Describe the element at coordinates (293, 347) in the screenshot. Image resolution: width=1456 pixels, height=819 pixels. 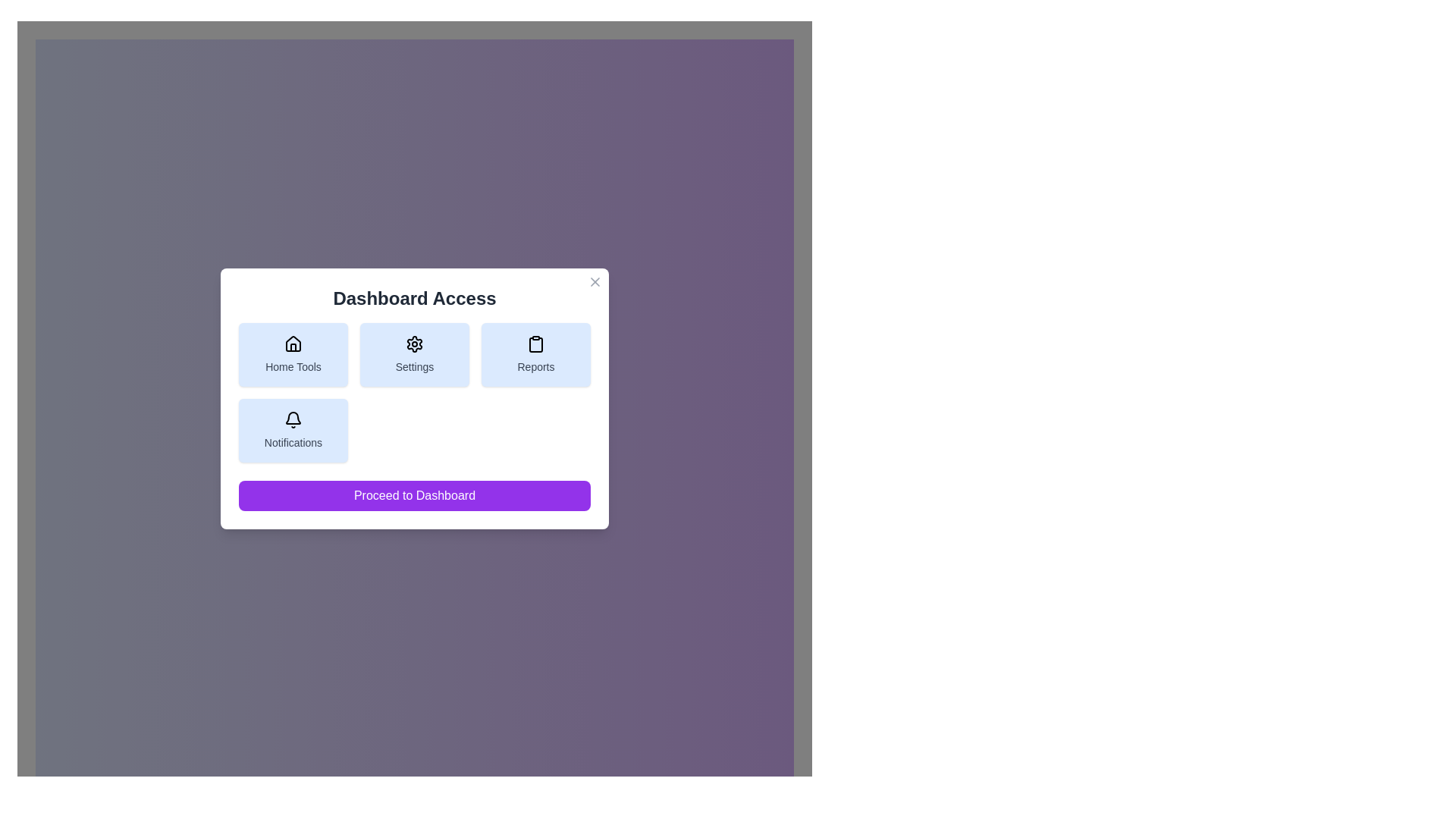
I see `the door component of the house icon within the 'Home Tools' button located at the upper left side of the dialog box` at that location.